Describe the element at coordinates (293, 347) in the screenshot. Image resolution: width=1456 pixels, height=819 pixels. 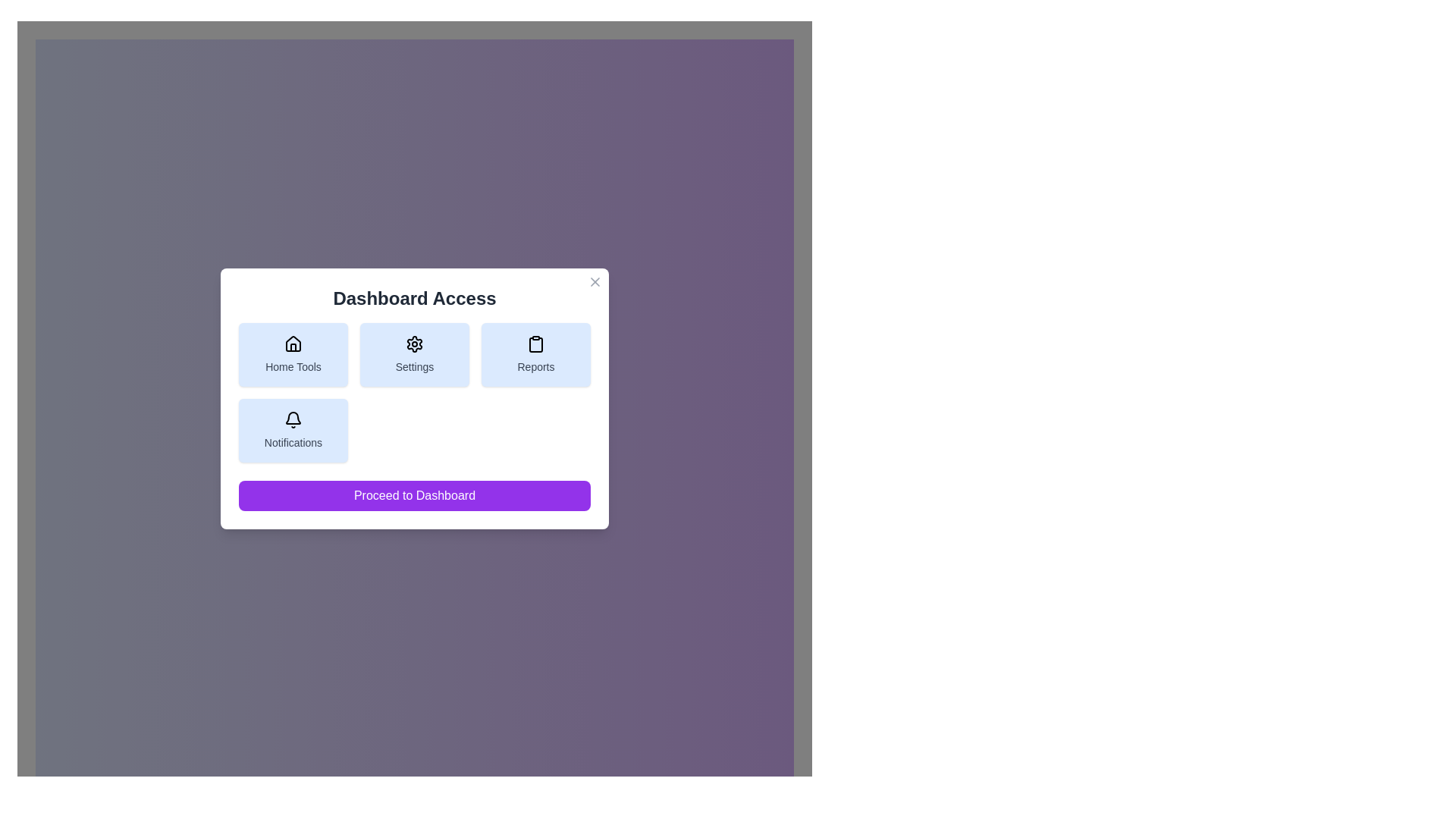
I see `the door component of the house icon within the 'Home Tools' button located at the upper left side of the dialog box` at that location.